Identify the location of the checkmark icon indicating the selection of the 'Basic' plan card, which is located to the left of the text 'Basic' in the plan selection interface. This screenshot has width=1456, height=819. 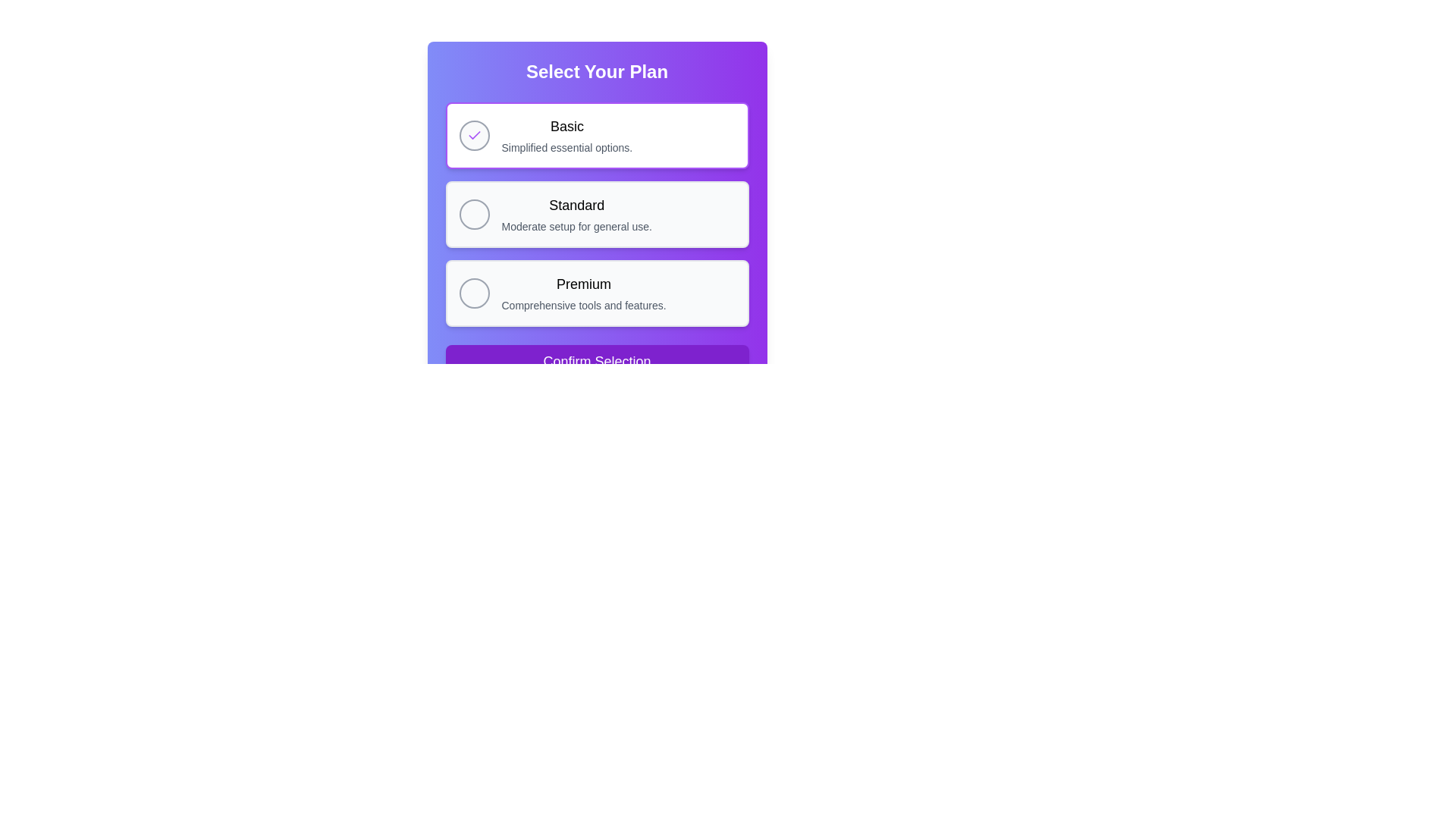
(473, 134).